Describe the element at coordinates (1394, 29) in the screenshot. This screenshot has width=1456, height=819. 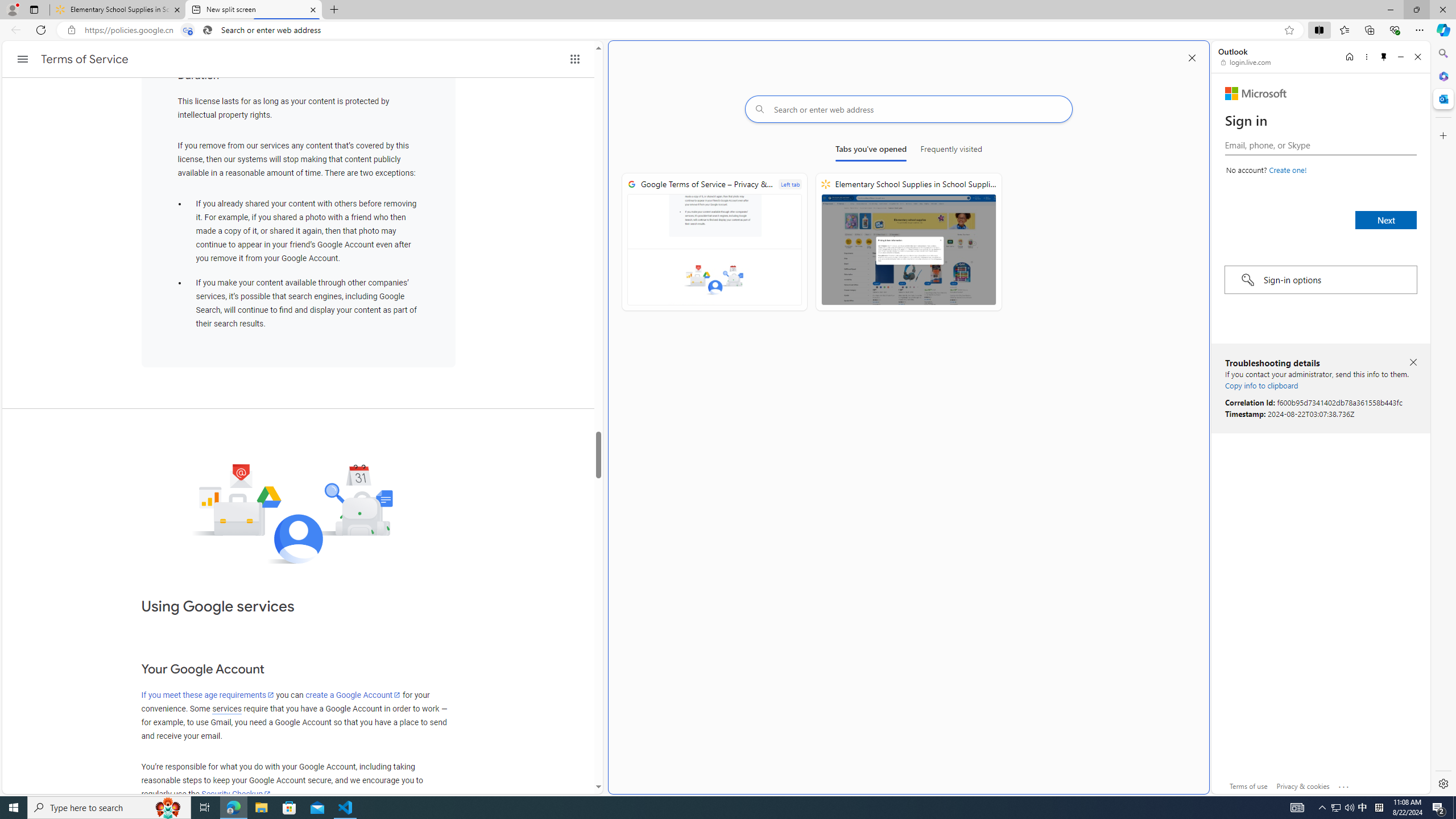
I see `'Browser essentials'` at that location.